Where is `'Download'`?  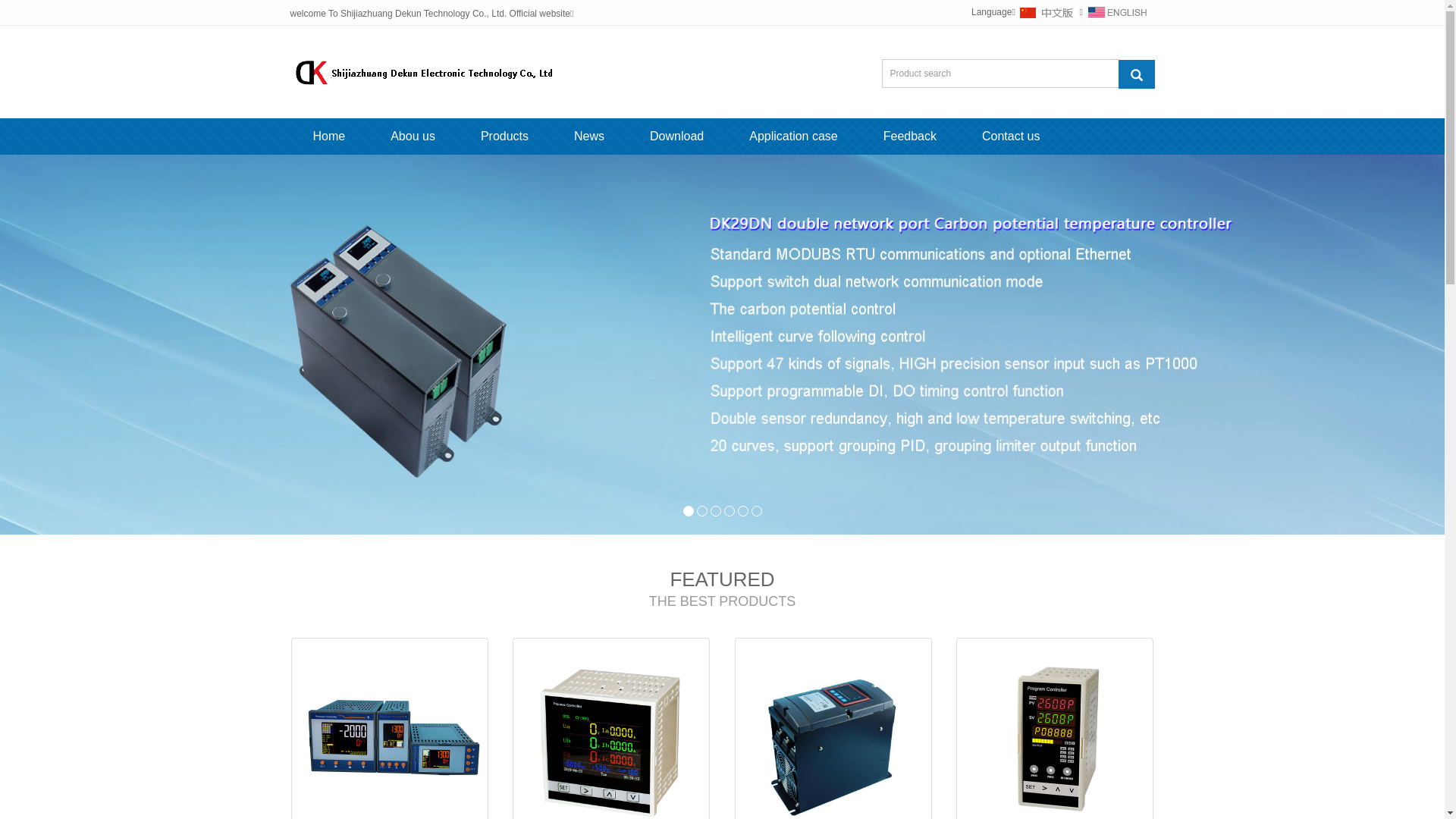
'Download' is located at coordinates (676, 136).